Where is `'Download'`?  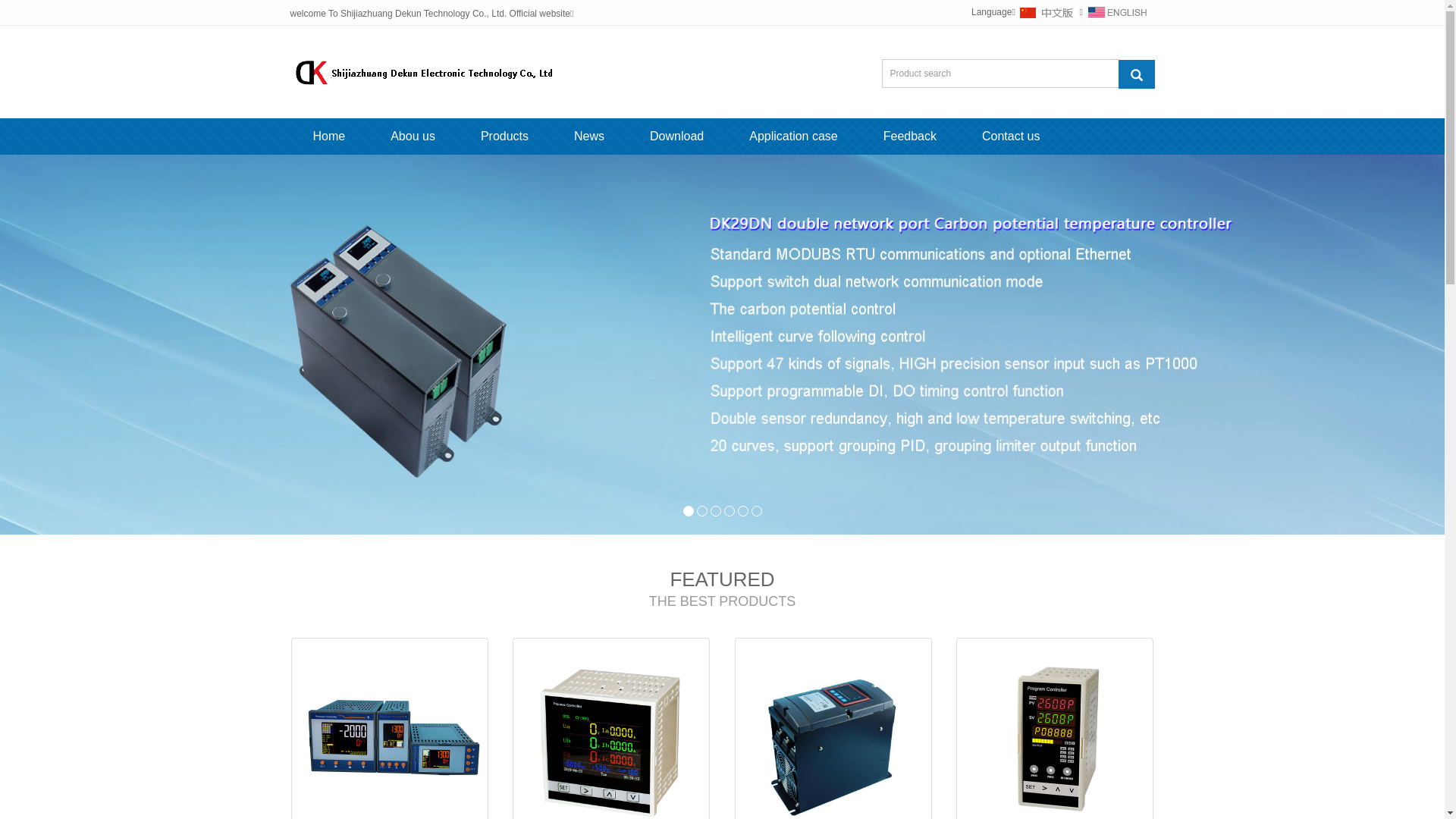
'Download' is located at coordinates (676, 136).